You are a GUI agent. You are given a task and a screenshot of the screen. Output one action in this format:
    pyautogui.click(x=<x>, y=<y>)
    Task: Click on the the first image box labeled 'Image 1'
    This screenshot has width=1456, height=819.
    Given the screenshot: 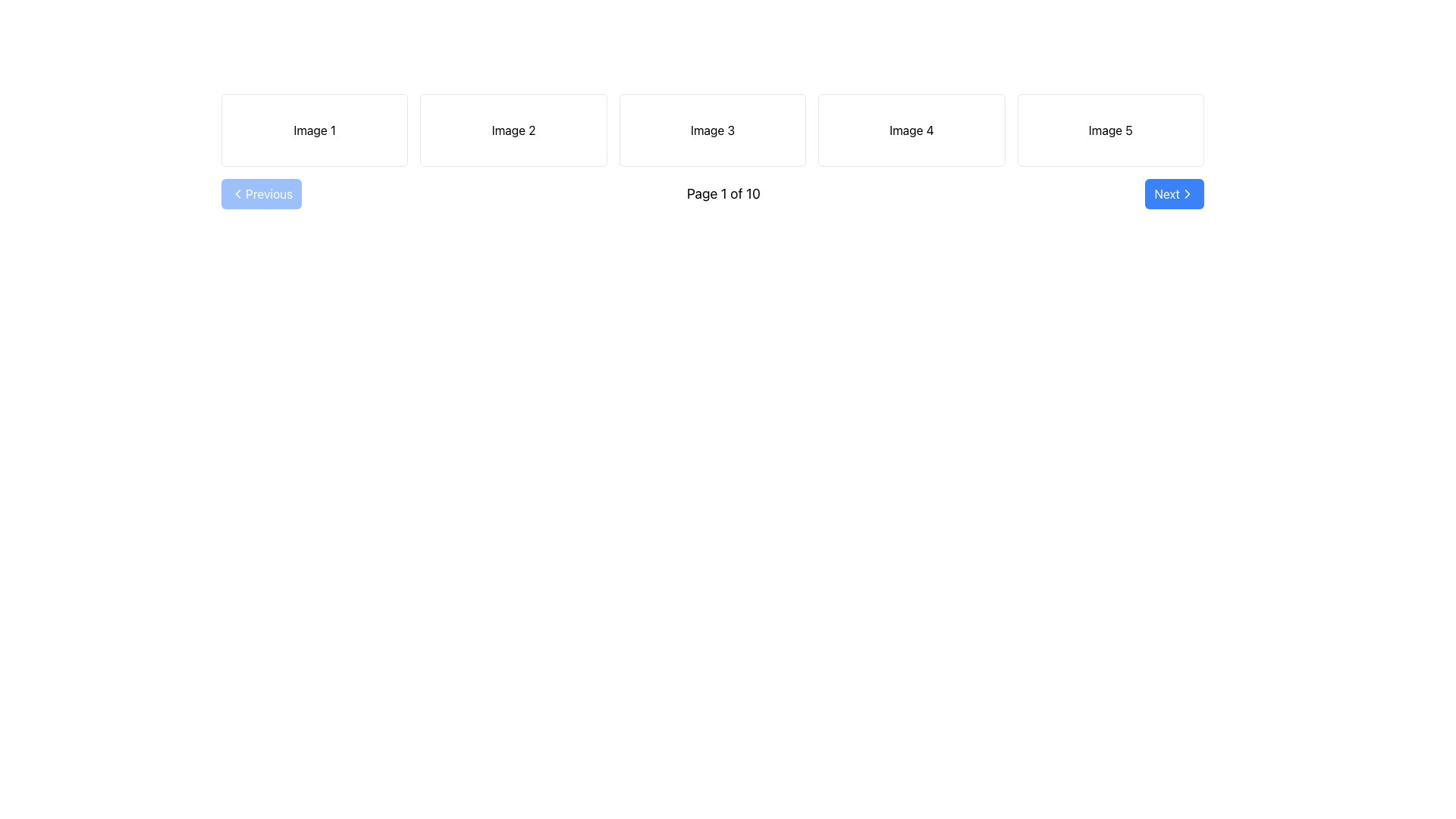 What is the action you would take?
    pyautogui.click(x=313, y=130)
    